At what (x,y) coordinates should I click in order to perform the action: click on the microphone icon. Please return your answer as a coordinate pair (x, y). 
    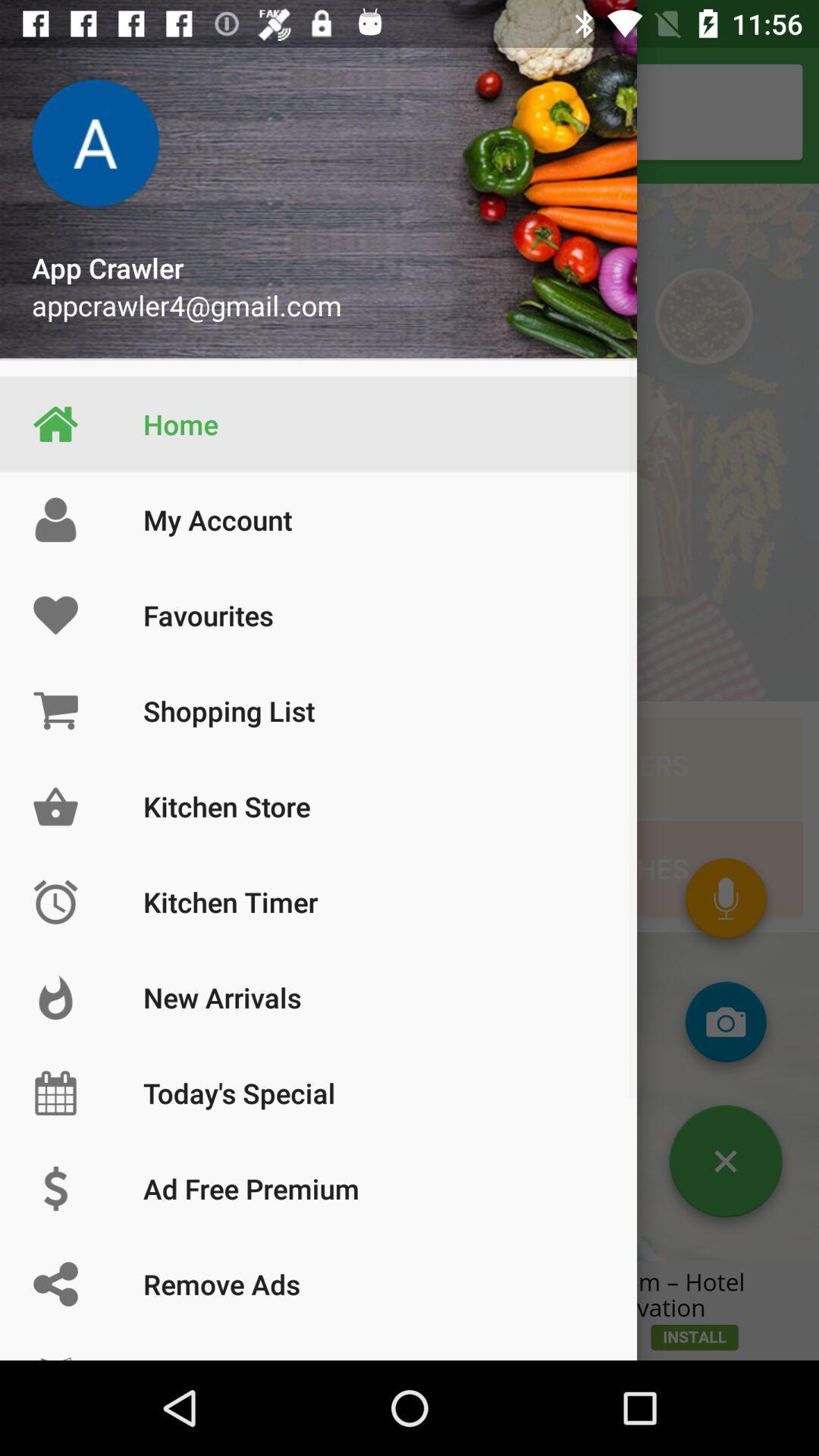
    Looking at the image, I should click on (725, 904).